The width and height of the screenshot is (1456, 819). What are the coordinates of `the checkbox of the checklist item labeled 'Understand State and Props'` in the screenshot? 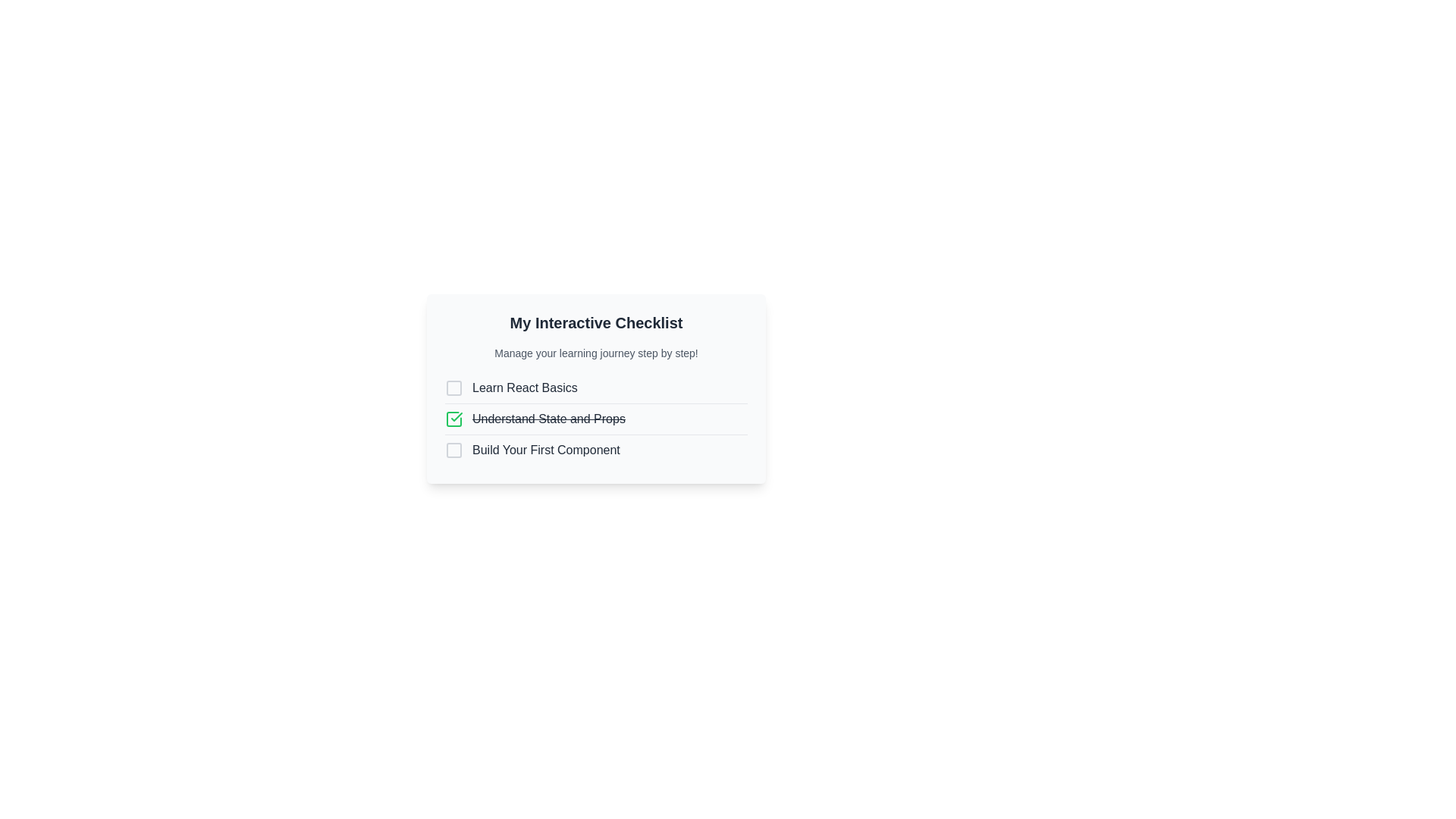 It's located at (595, 411).